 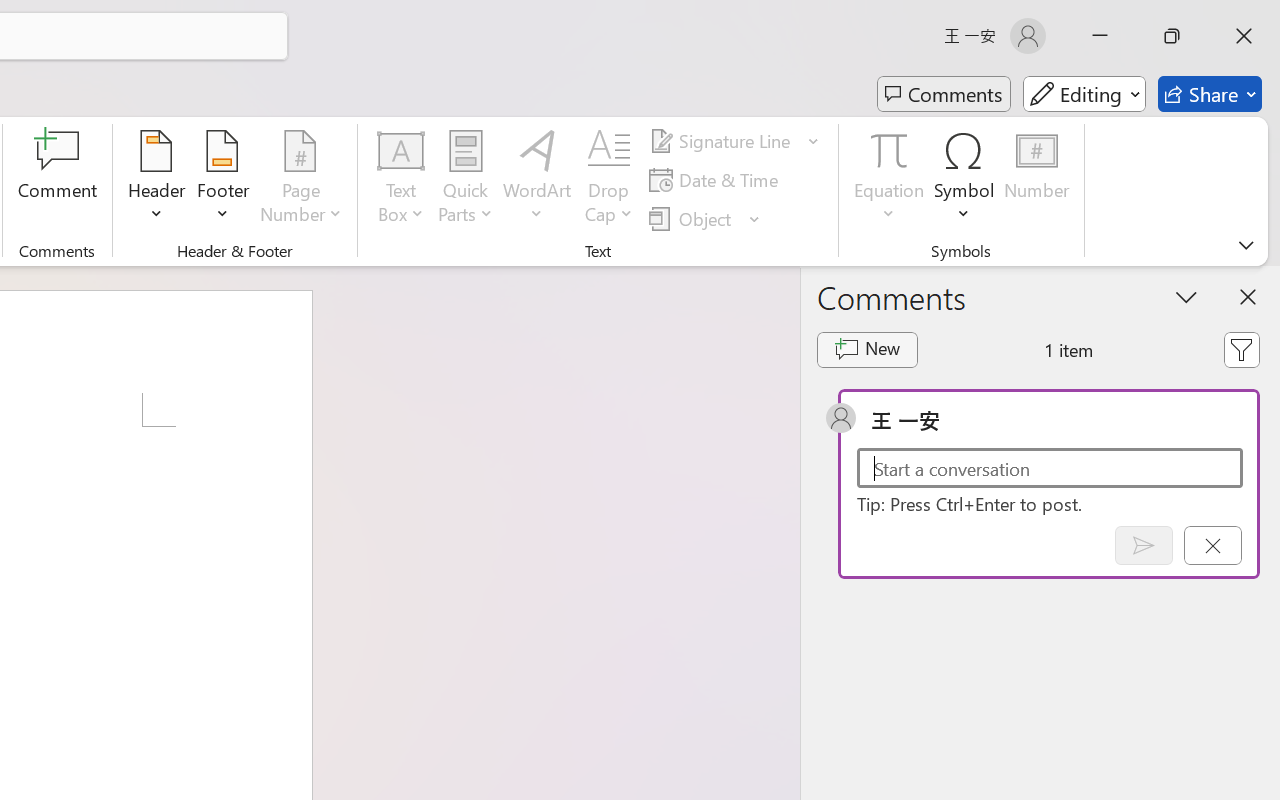 What do you see at coordinates (1143, 545) in the screenshot?
I see `'Post comment (Ctrl + Enter)'` at bounding box center [1143, 545].